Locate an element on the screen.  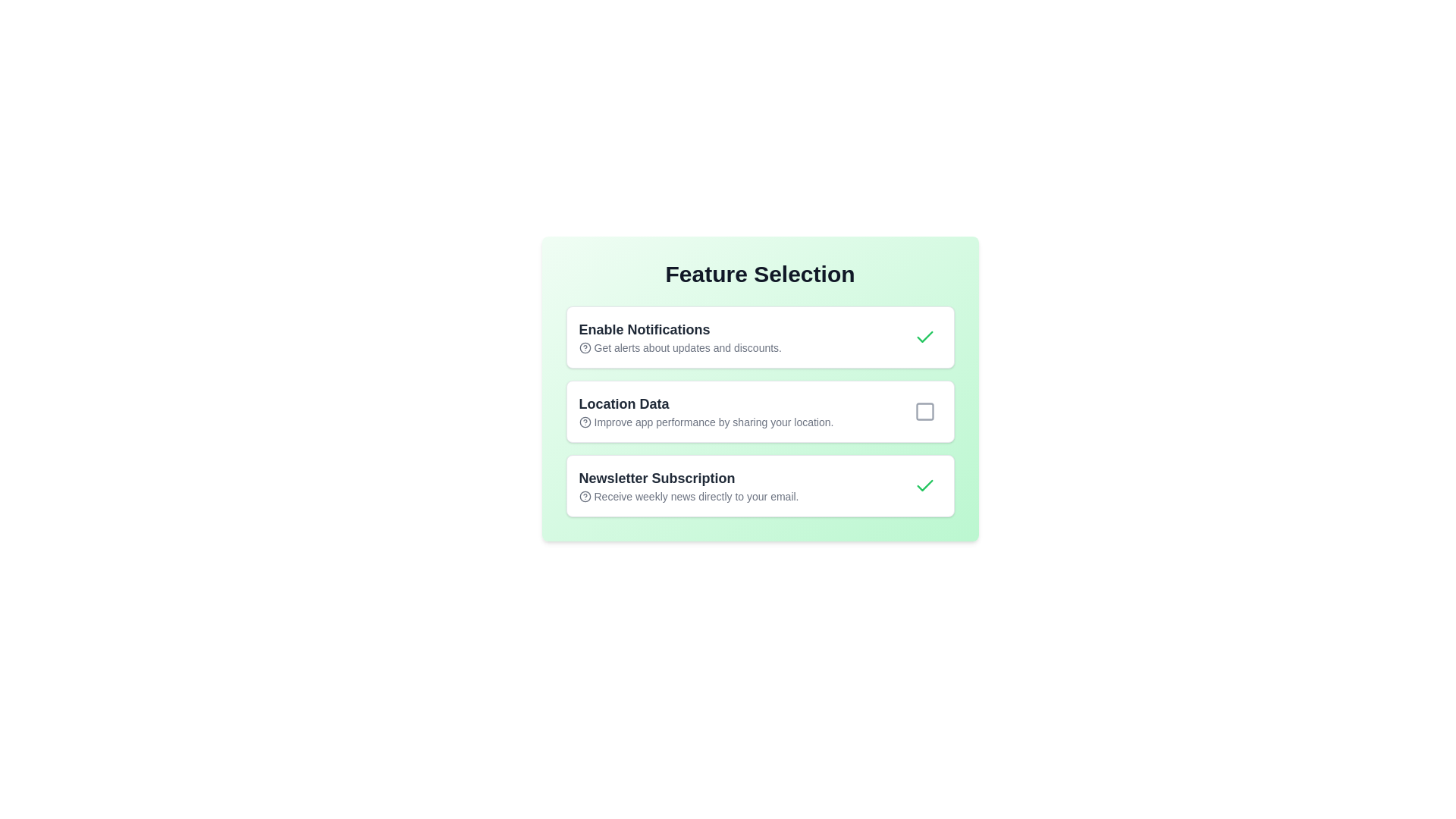
the circular outline icon related to the 'Enable Notifications' feature, which is part of the first item in the list is located at coordinates (584, 348).